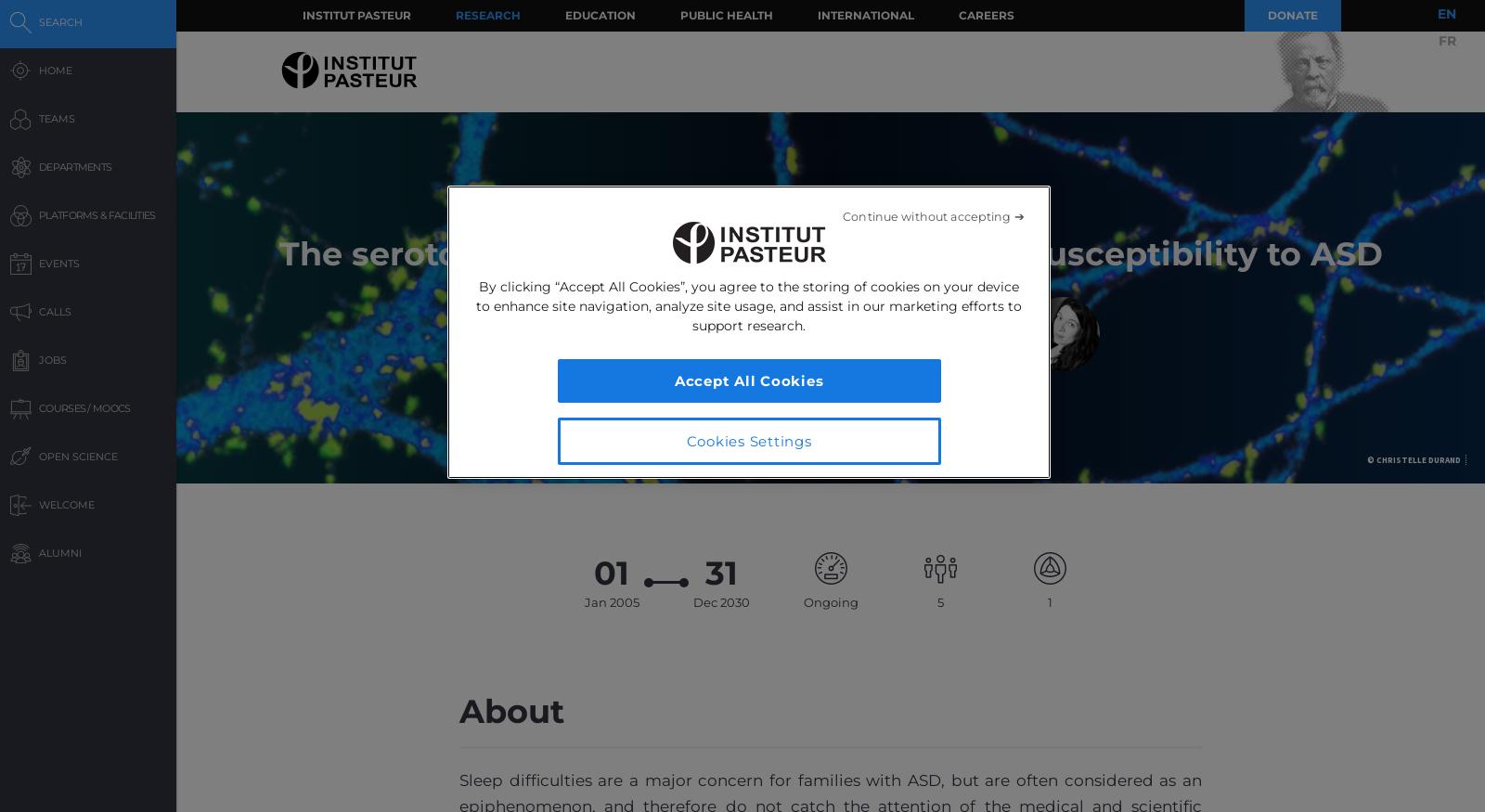 This screenshot has height=812, width=1485. Describe the element at coordinates (1050, 613) in the screenshot. I see `'Structures'` at that location.